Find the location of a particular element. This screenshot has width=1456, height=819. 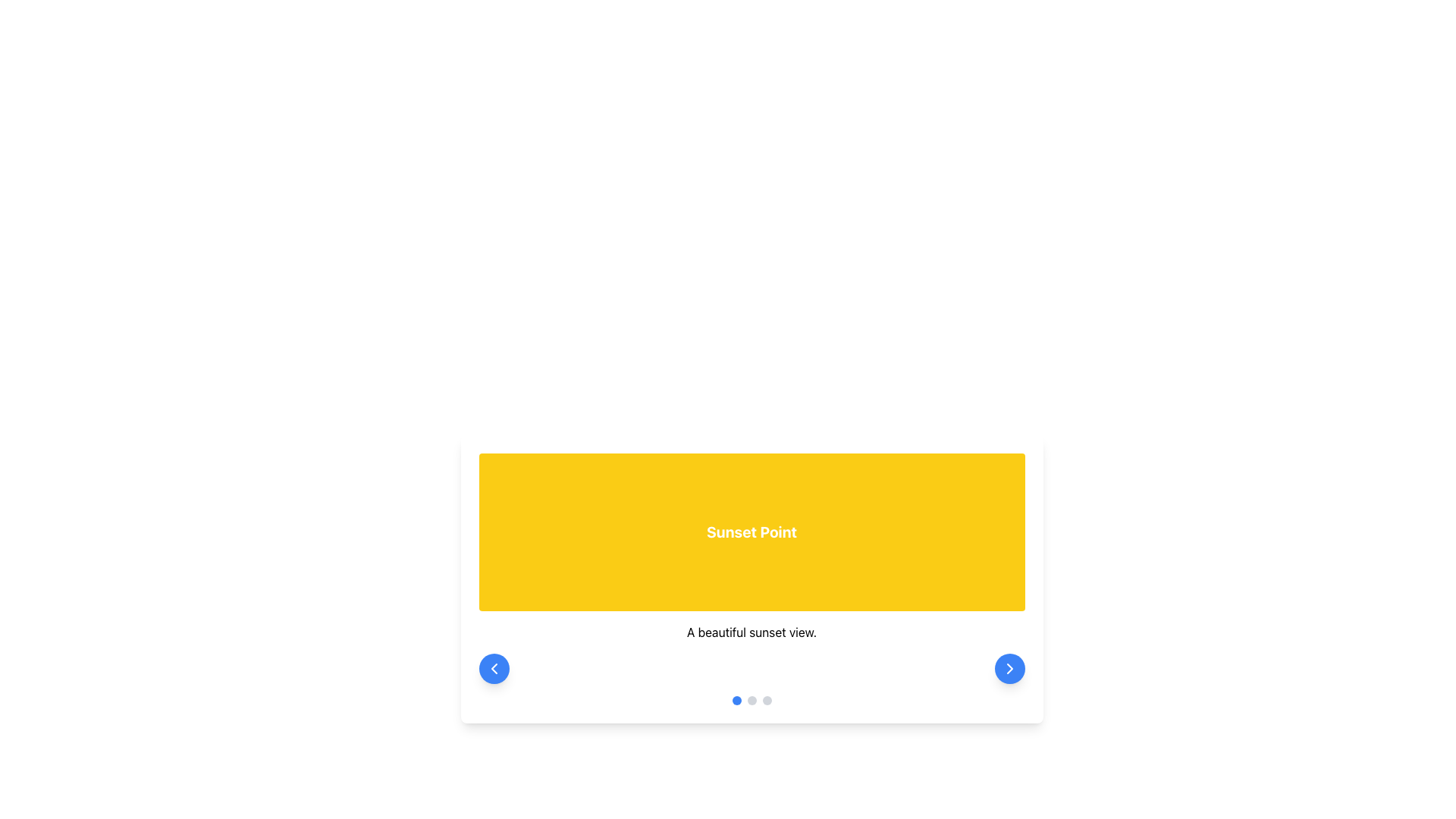

the circular blue button with a white left-facing chevron icon is located at coordinates (494, 668).